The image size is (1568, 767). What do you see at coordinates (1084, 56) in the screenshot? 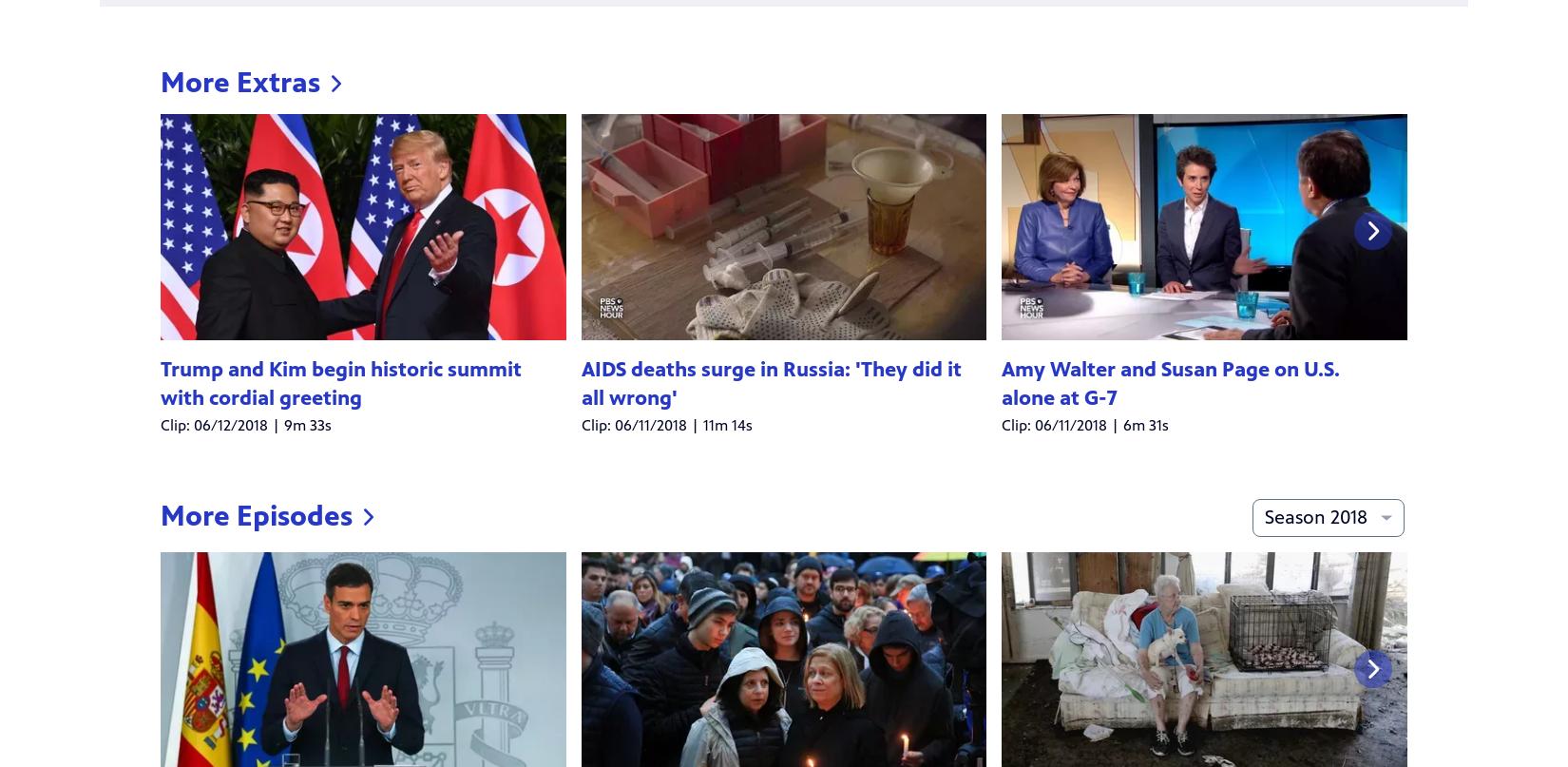
I see `'Clip: 06/11/2018 | 6m 31s'` at bounding box center [1084, 56].